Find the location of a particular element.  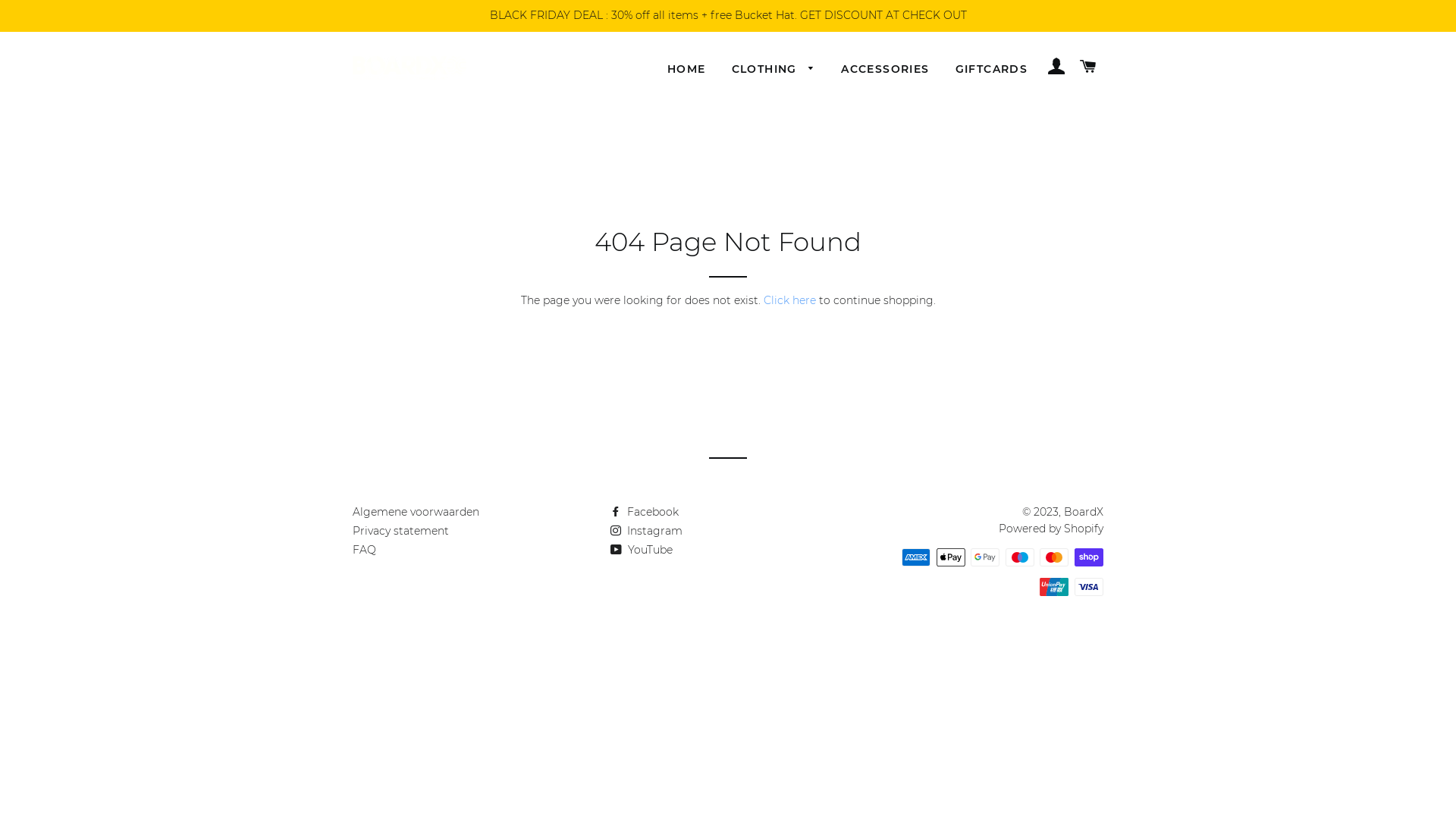

'CART' is located at coordinates (1073, 66).